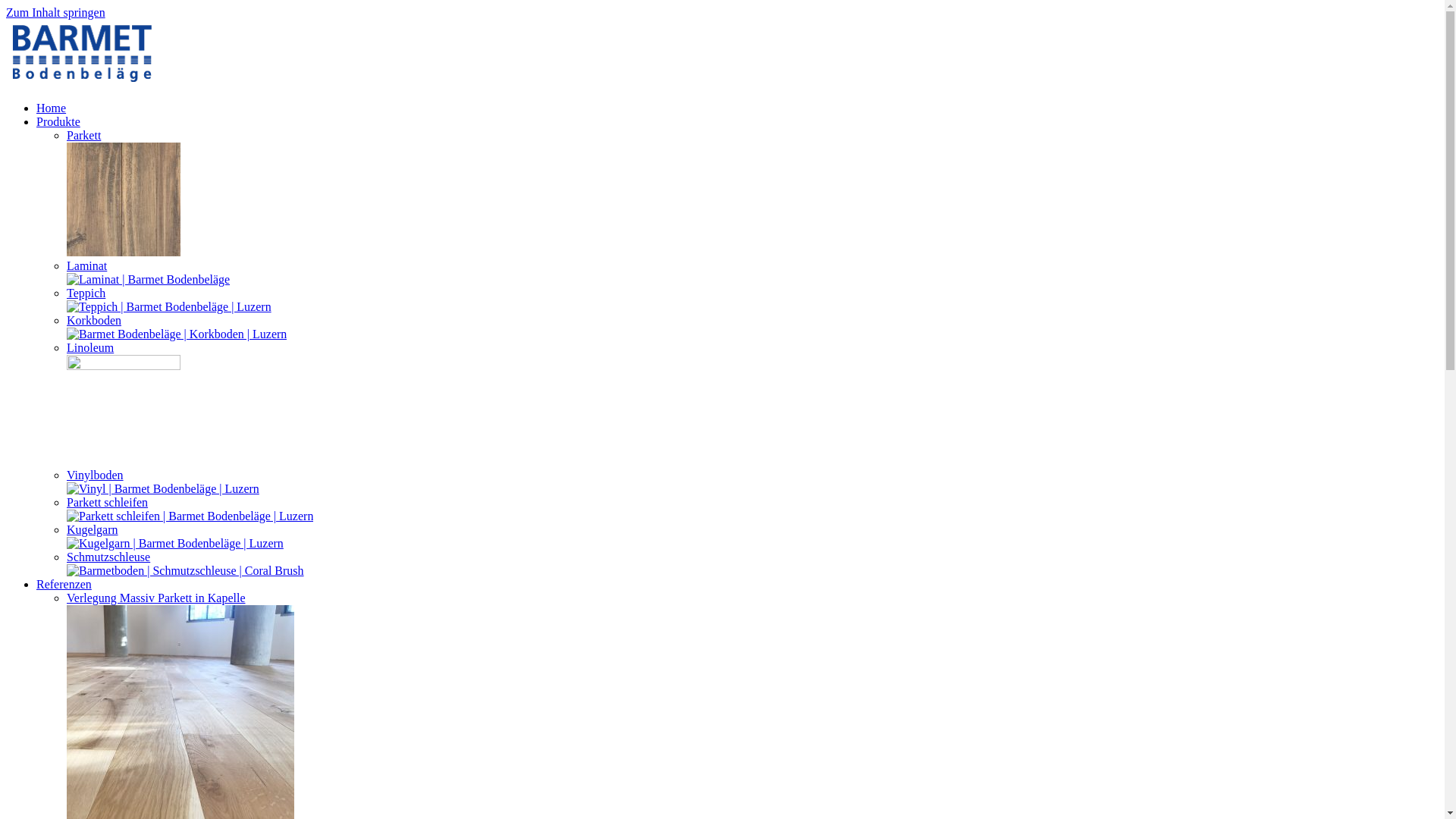 Image resolution: width=1456 pixels, height=819 pixels. What do you see at coordinates (108, 557) in the screenshot?
I see `'Schmutzschleuse'` at bounding box center [108, 557].